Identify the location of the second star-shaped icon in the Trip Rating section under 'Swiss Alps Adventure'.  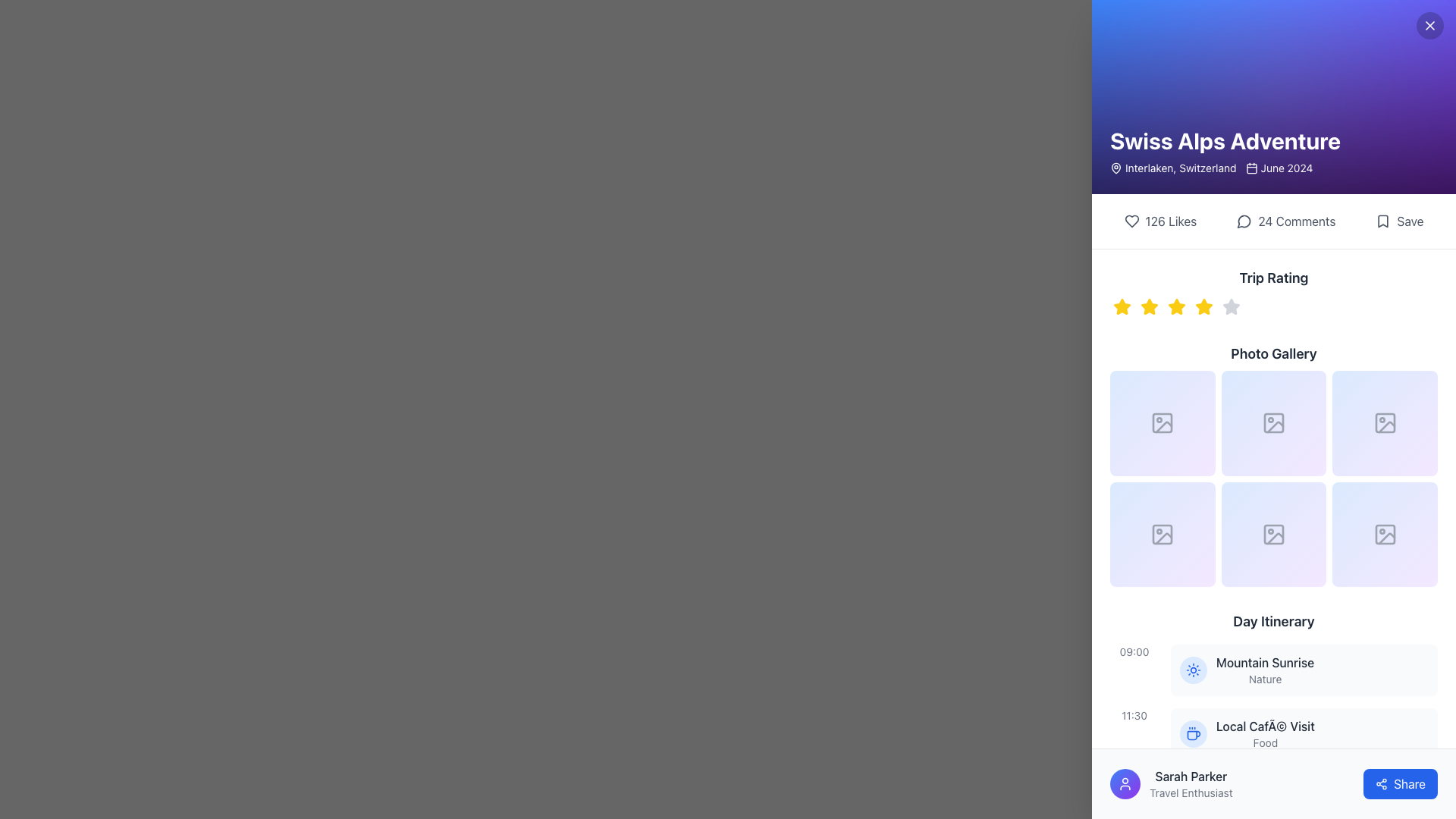
(1150, 306).